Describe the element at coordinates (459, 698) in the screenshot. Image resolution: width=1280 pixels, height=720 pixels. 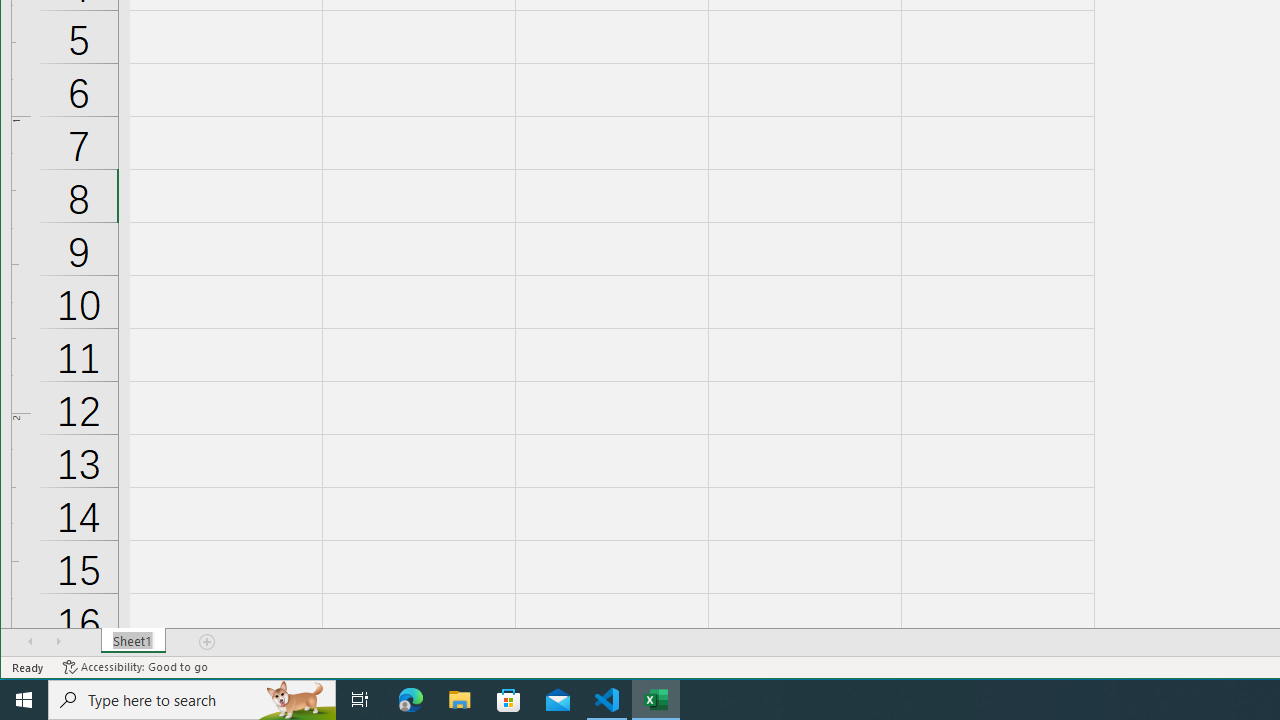
I see `'File Explorer'` at that location.